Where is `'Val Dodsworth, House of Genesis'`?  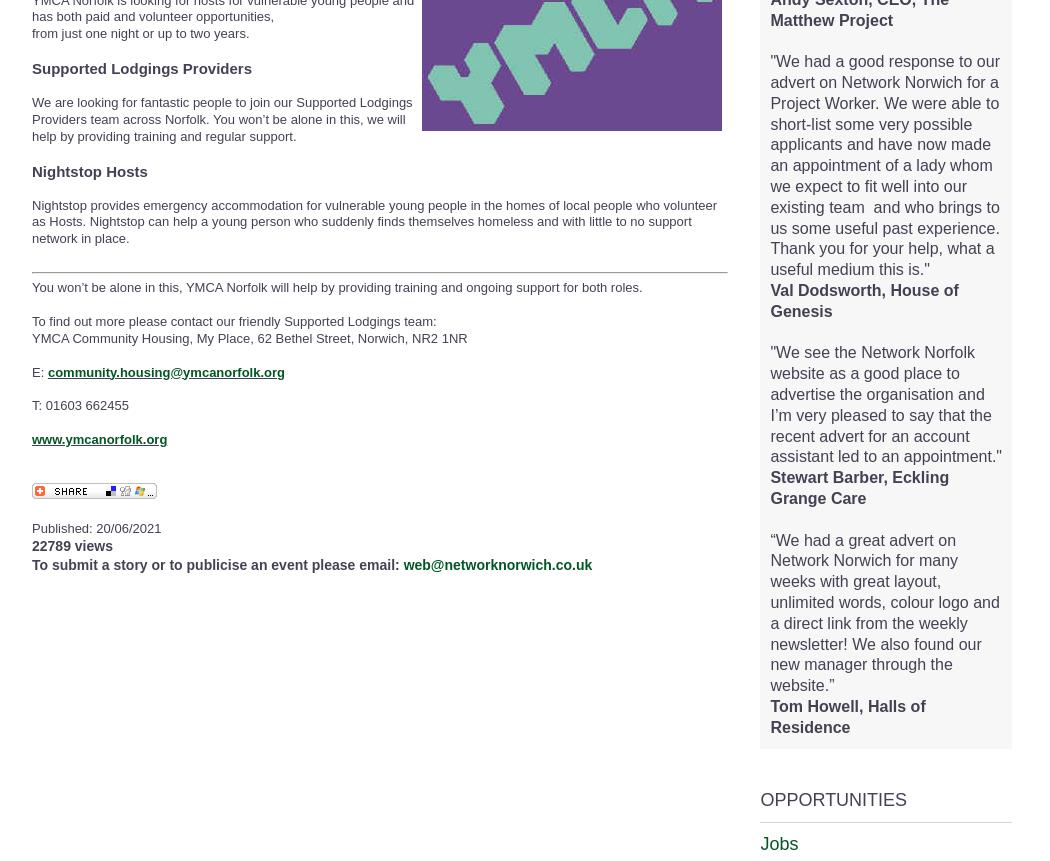 'Val Dodsworth, House of Genesis' is located at coordinates (863, 300).